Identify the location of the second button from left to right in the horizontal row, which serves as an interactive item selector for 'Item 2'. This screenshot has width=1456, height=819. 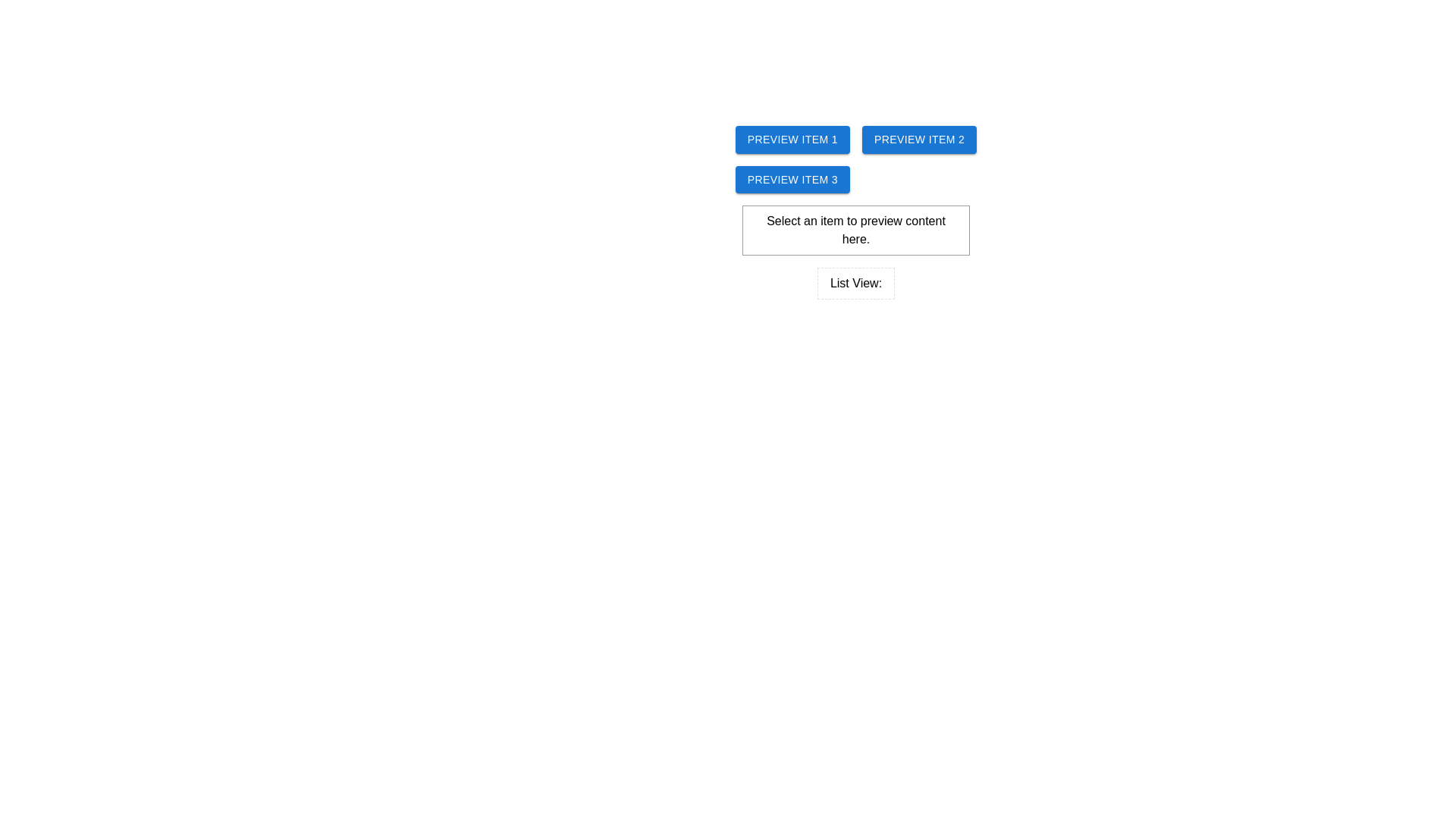
(918, 140).